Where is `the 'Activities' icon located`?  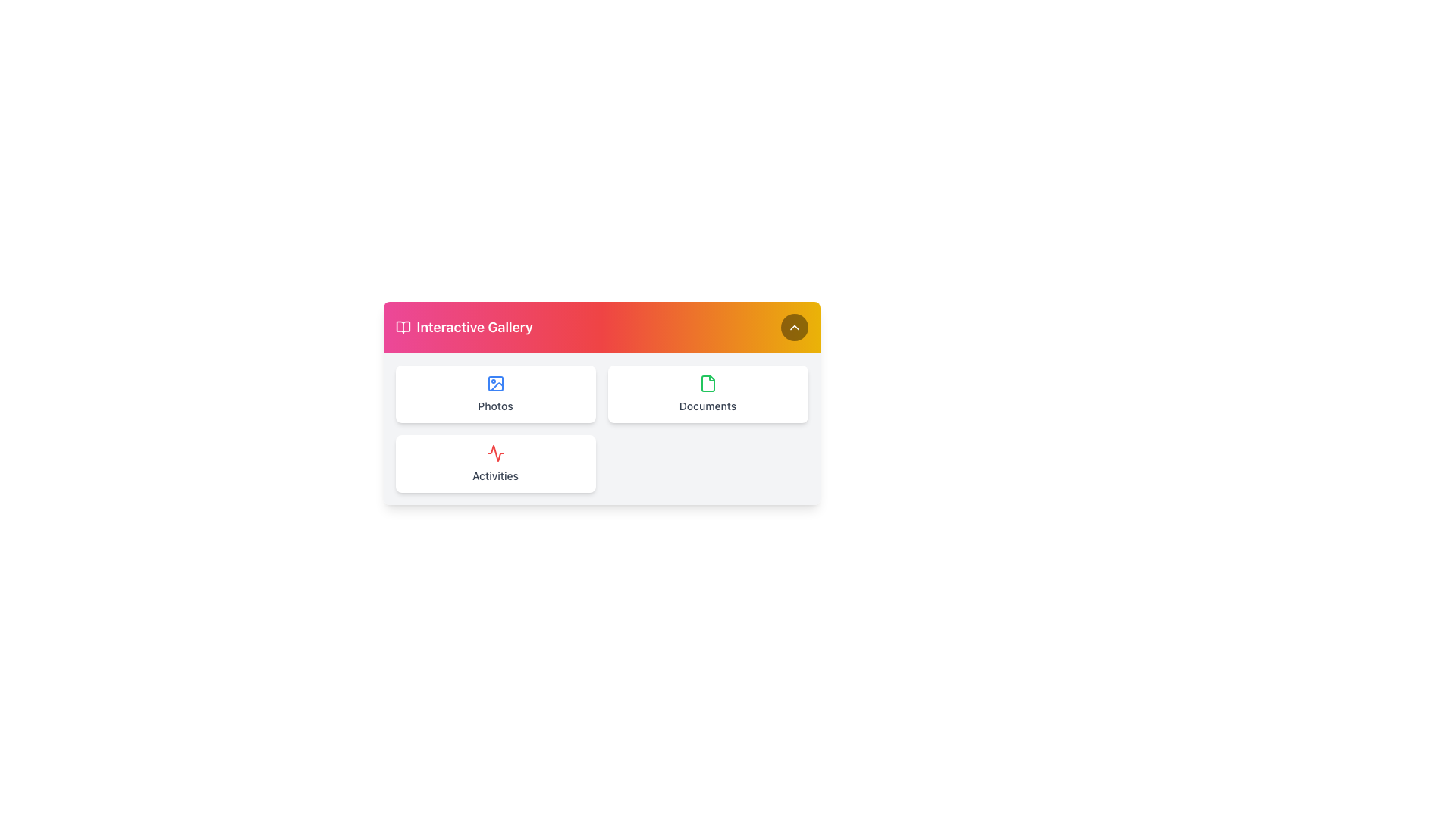 the 'Activities' icon located is located at coordinates (495, 452).